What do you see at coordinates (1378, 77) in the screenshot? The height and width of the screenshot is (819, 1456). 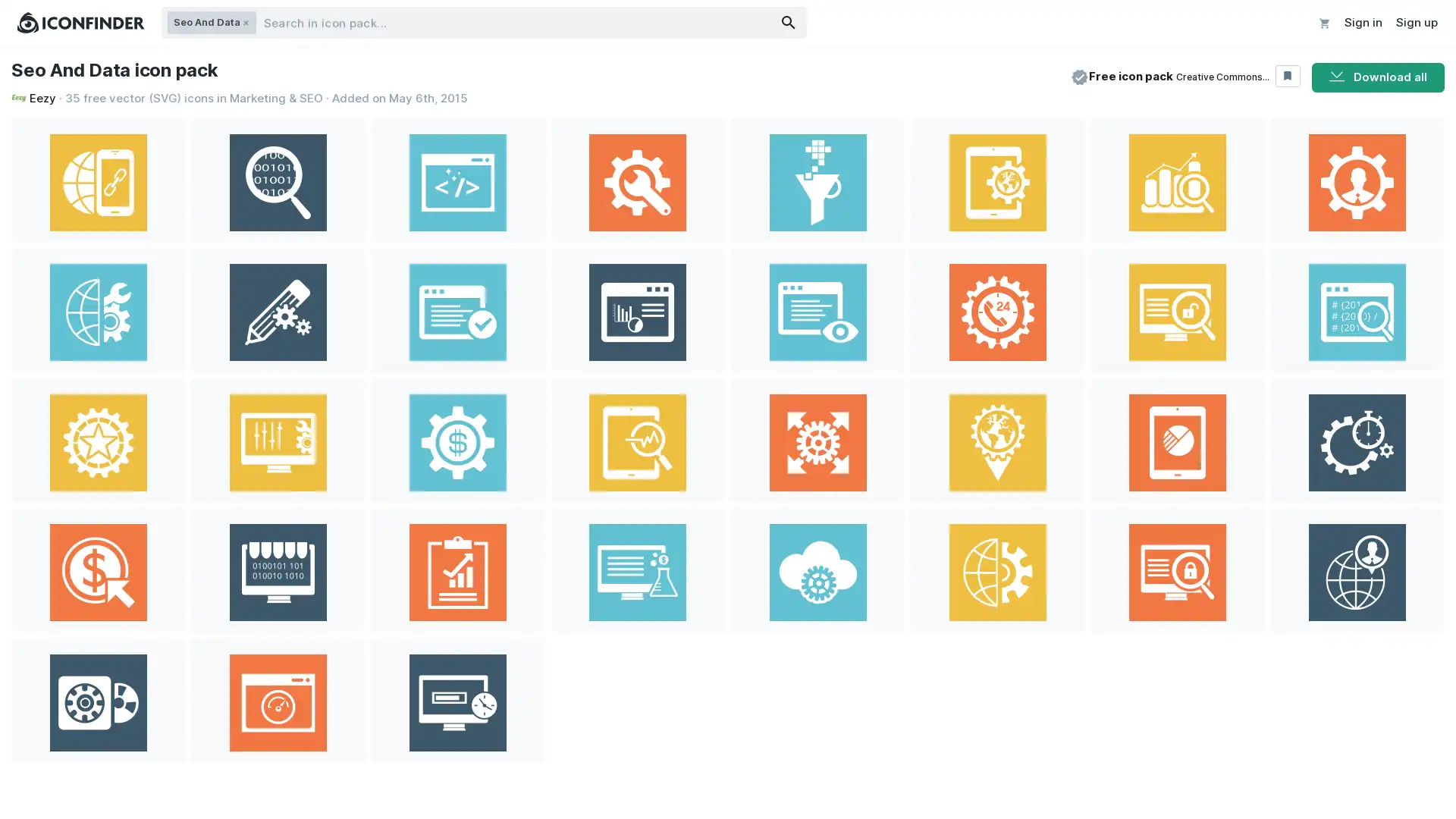 I see `Download all` at bounding box center [1378, 77].